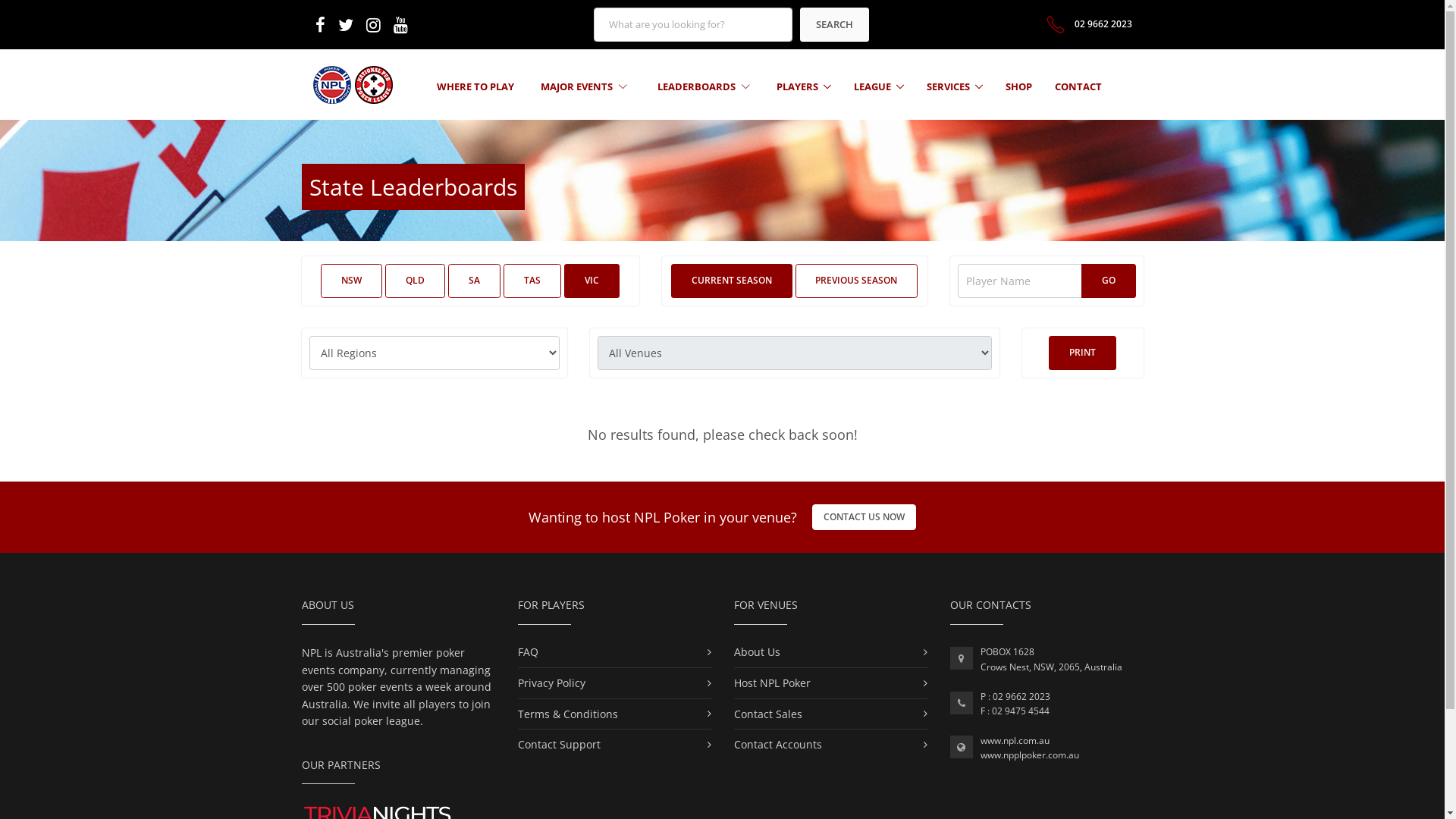  I want to click on 'MAJOR EVENTS', so click(582, 86).